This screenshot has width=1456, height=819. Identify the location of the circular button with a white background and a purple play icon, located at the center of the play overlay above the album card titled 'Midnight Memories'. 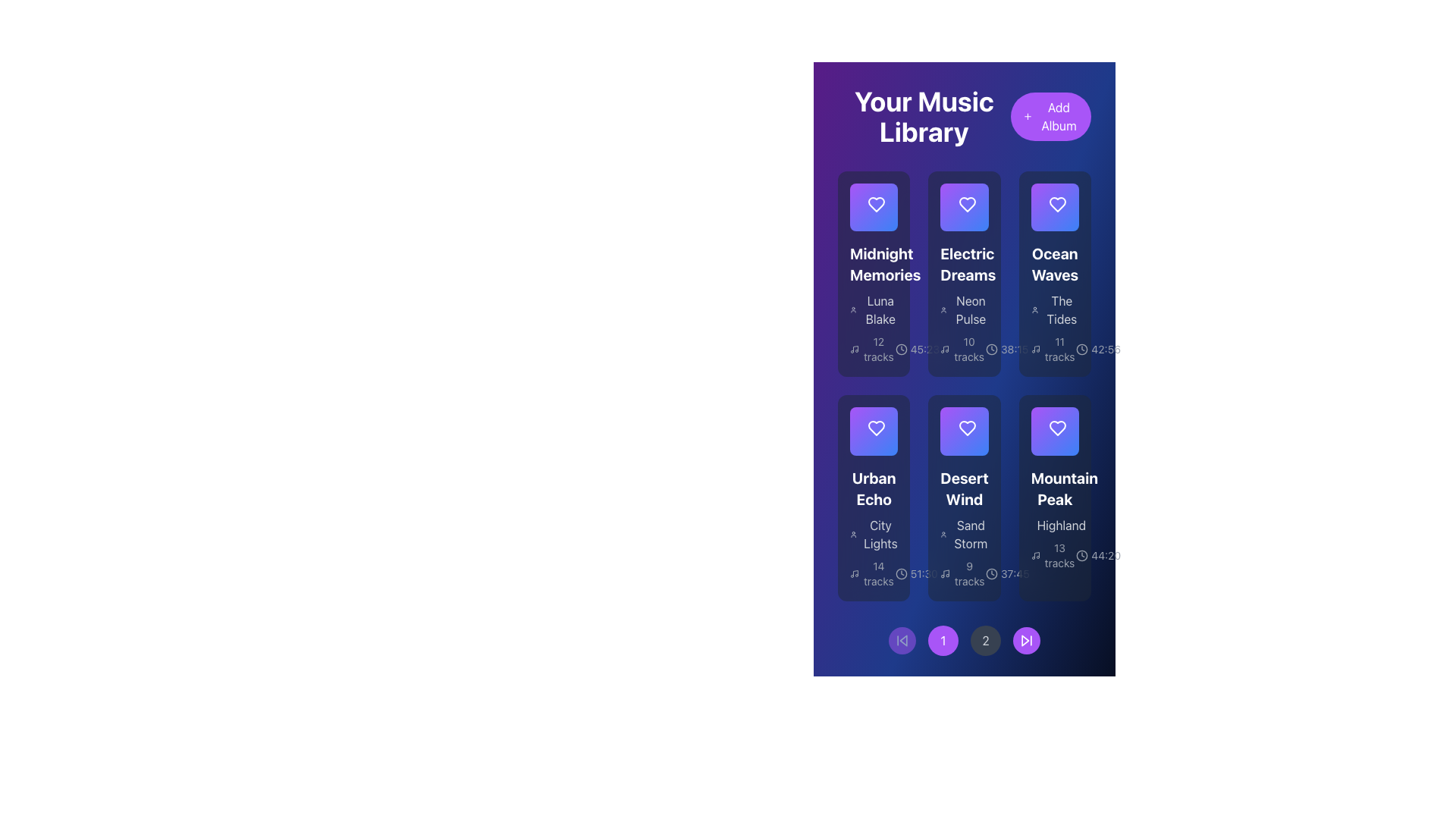
(874, 207).